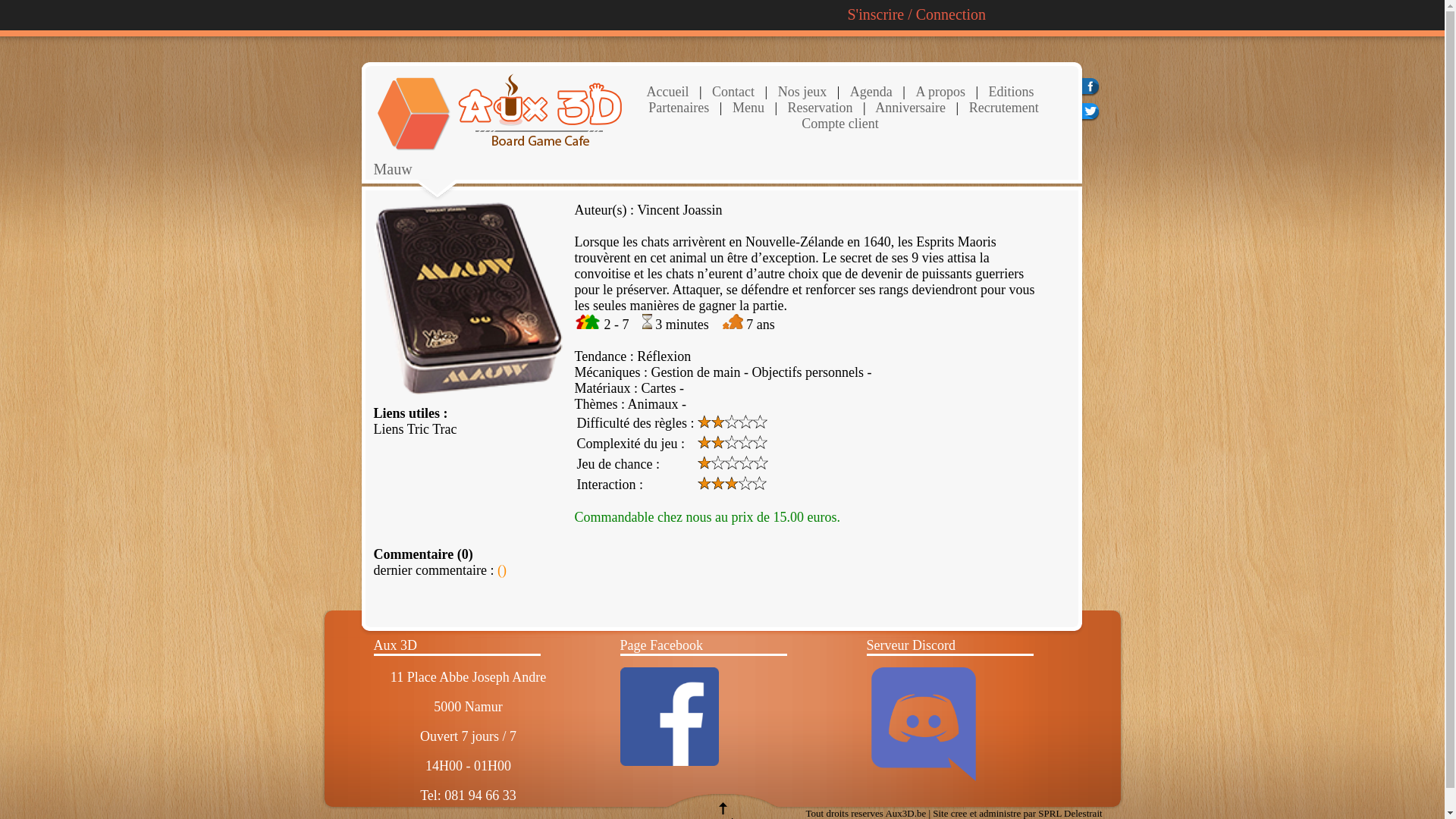 The image size is (1456, 819). I want to click on 'Contact', so click(708, 91).